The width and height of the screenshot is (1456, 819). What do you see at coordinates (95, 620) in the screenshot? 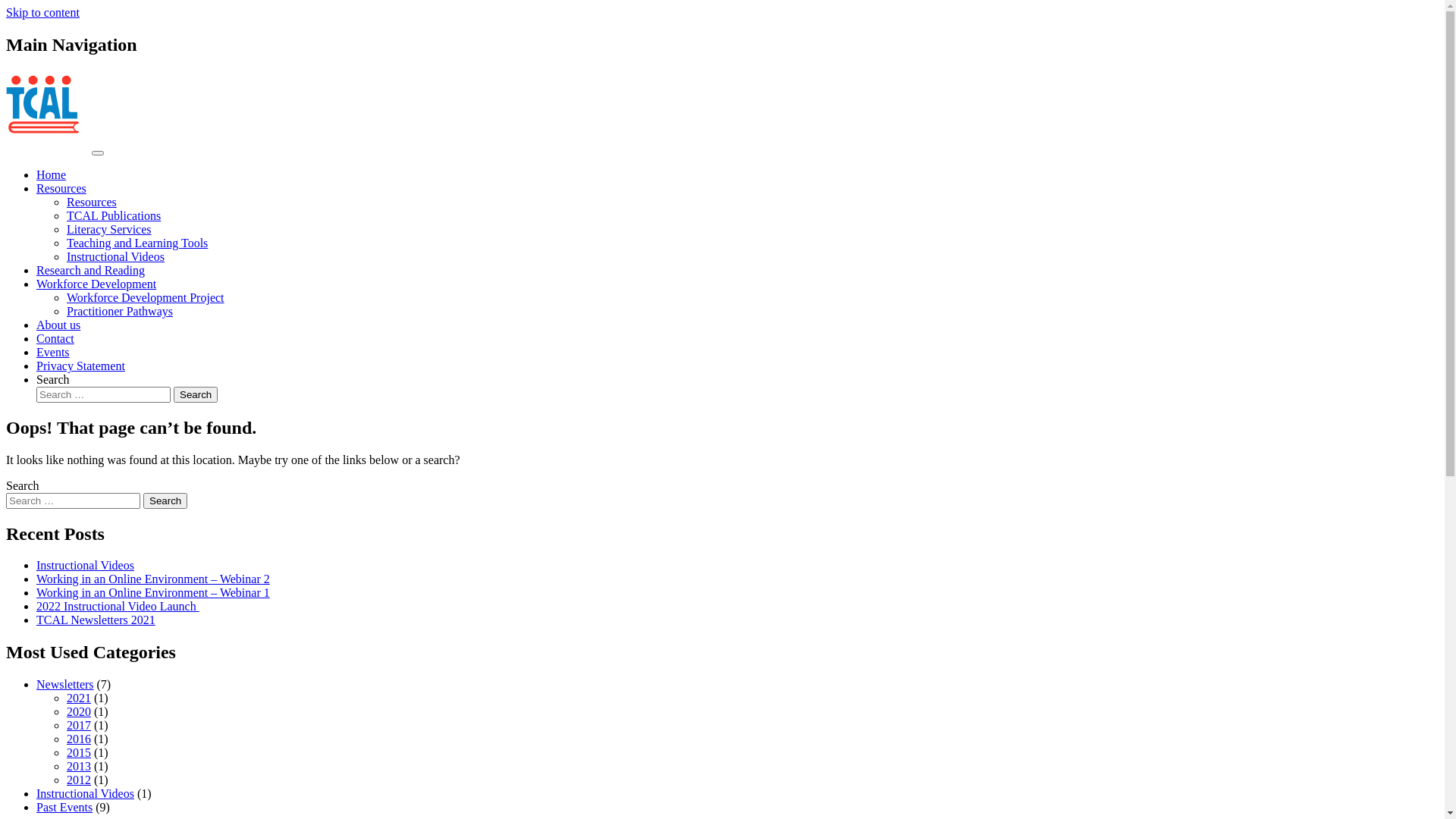
I see `'TCAL Newsletters 2021'` at bounding box center [95, 620].